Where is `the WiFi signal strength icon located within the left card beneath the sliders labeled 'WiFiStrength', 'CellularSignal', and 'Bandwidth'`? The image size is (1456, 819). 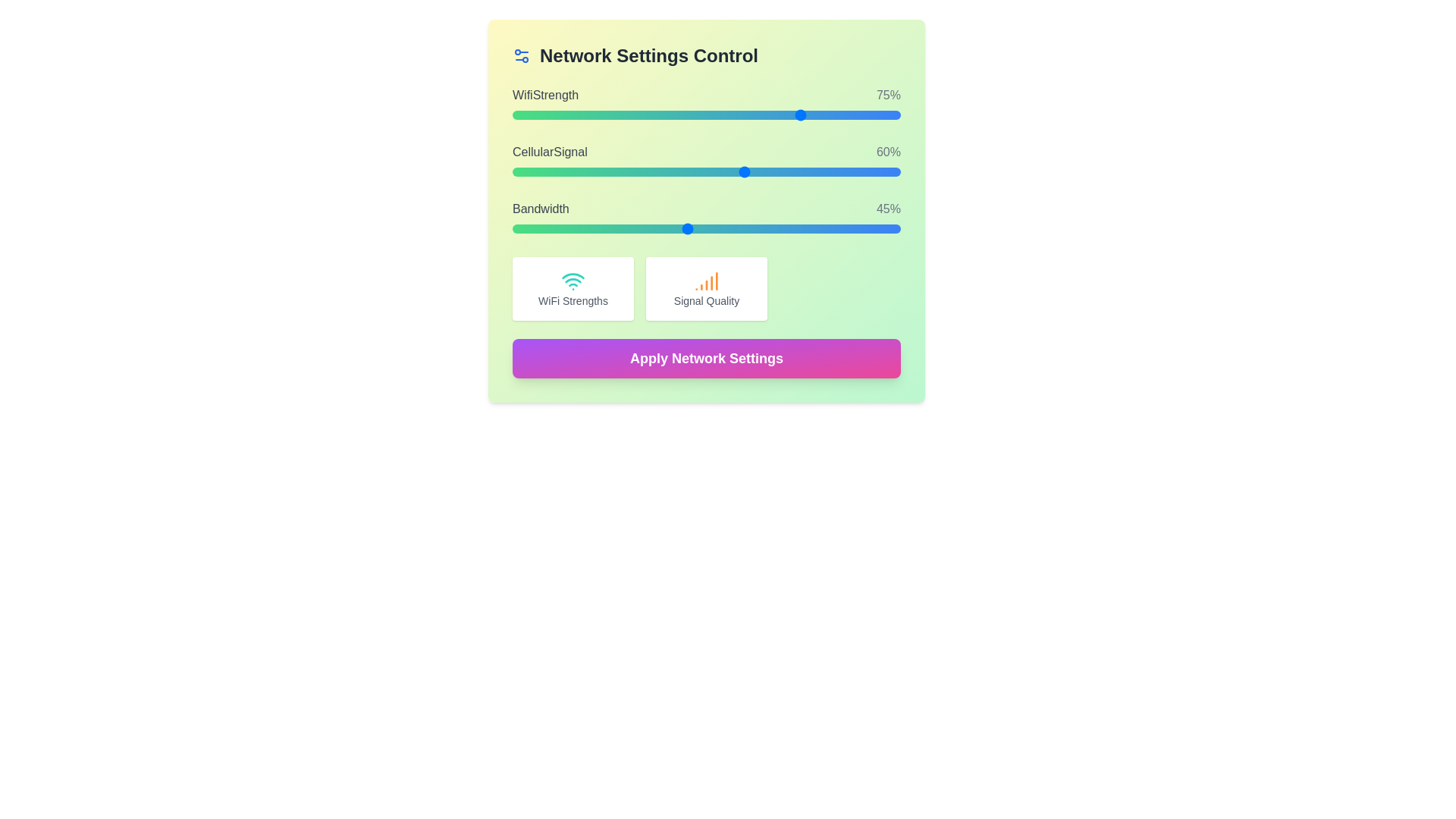 the WiFi signal strength icon located within the left card beneath the sliders labeled 'WiFiStrength', 'CellularSignal', and 'Bandwidth' is located at coordinates (572, 281).